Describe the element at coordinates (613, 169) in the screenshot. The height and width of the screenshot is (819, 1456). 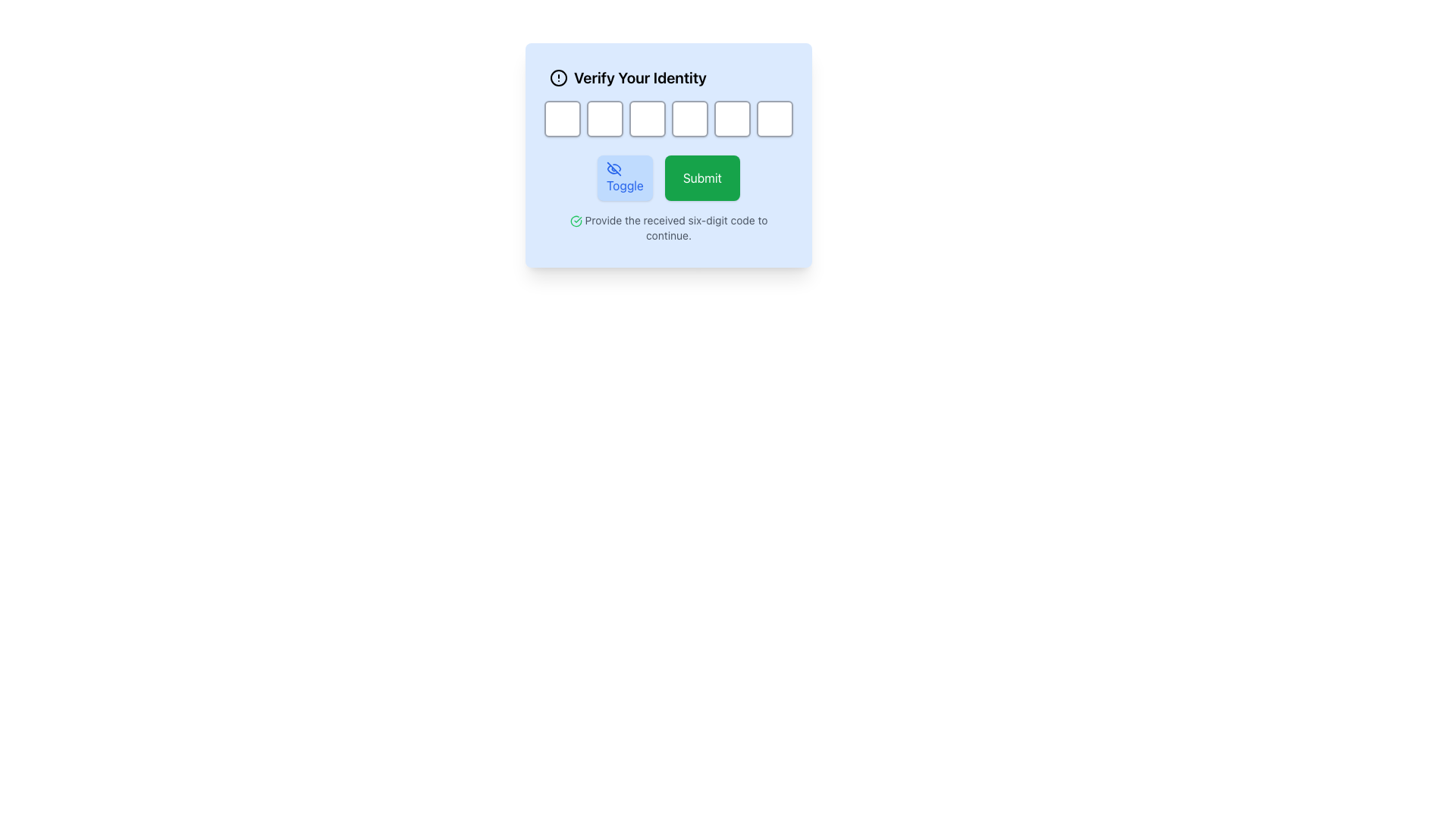
I see `the 'eye off' icon in the 'Verify Your Identity' box to toggle the visibility of entered characters in the input fields` at that location.